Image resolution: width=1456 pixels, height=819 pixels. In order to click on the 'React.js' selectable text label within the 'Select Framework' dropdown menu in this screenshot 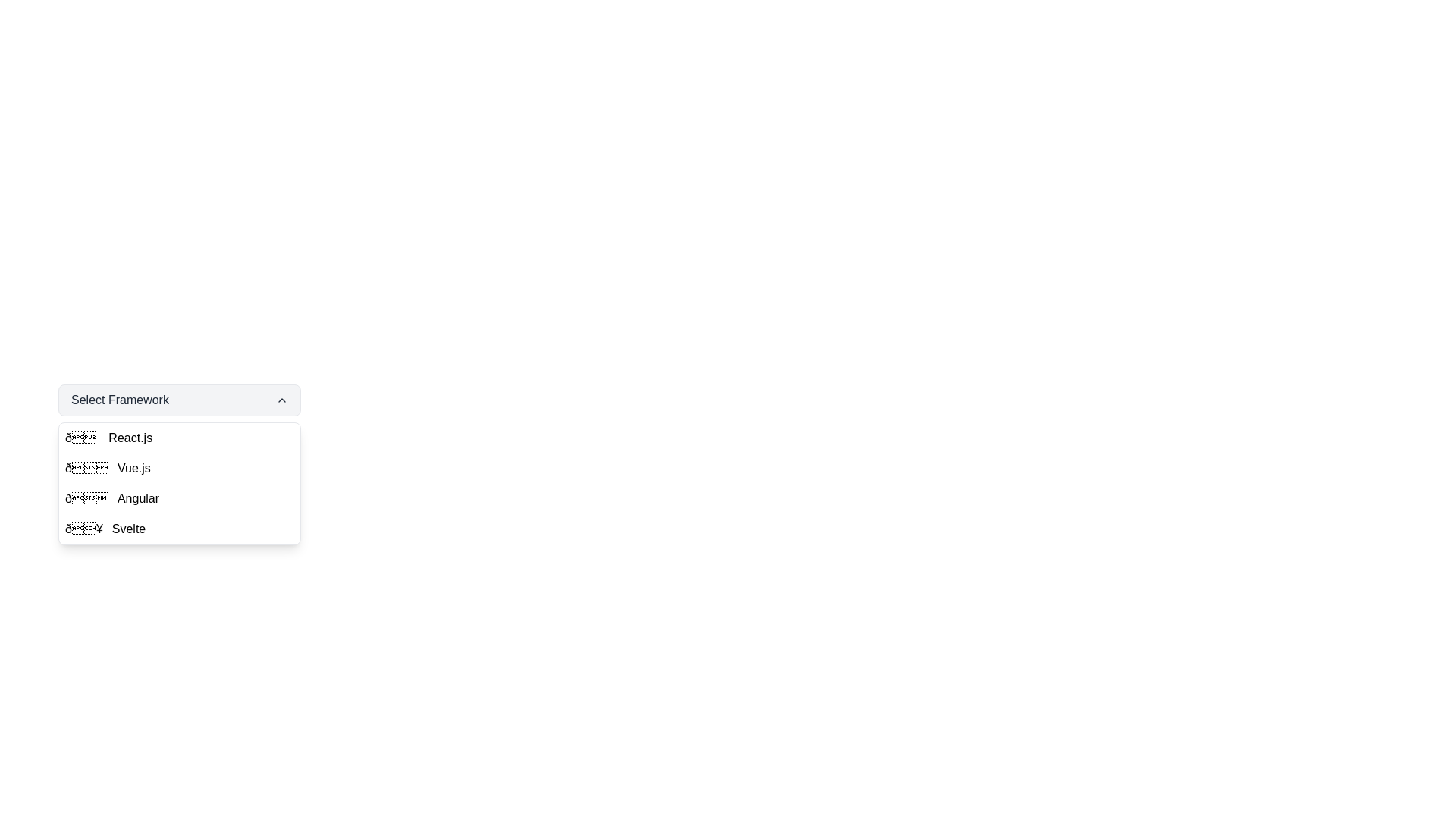, I will do `click(130, 438)`.